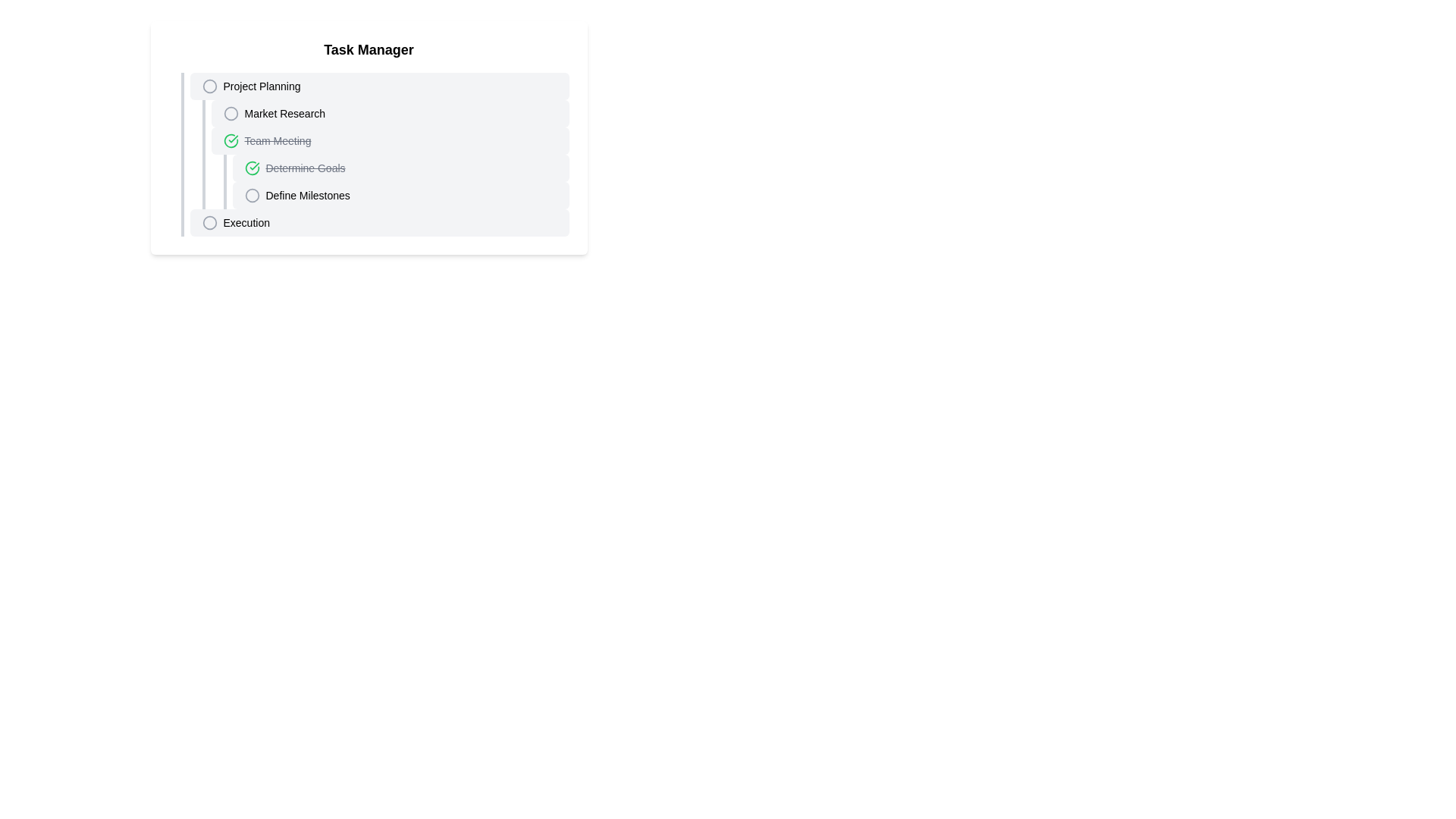  Describe the element at coordinates (252, 168) in the screenshot. I see `the Circle Checkmark icon located in the sidebar panel labeled 'Determine Goals', which indicates the completion of the task` at that location.